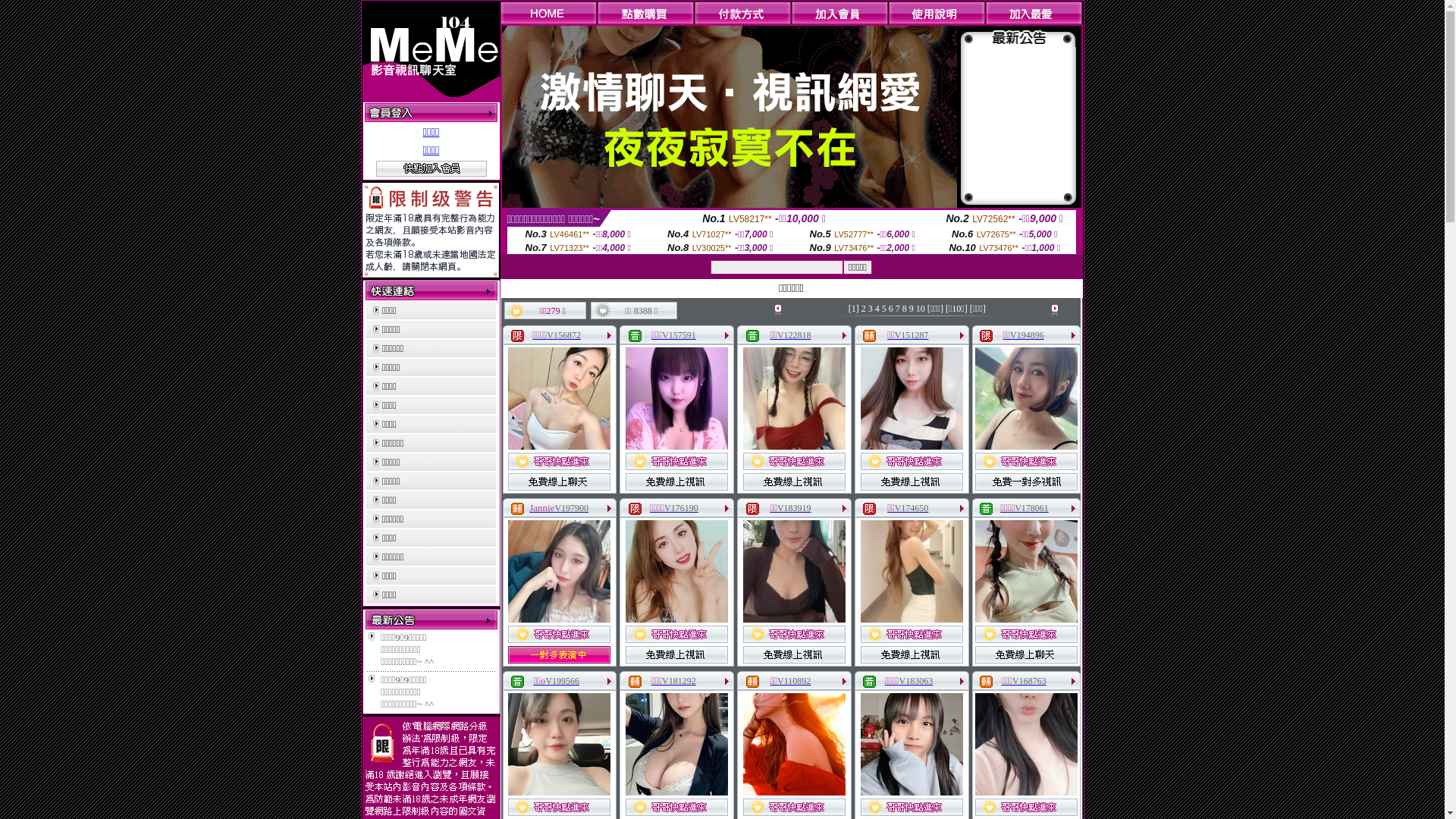  I want to click on 'Jannie', so click(541, 508).